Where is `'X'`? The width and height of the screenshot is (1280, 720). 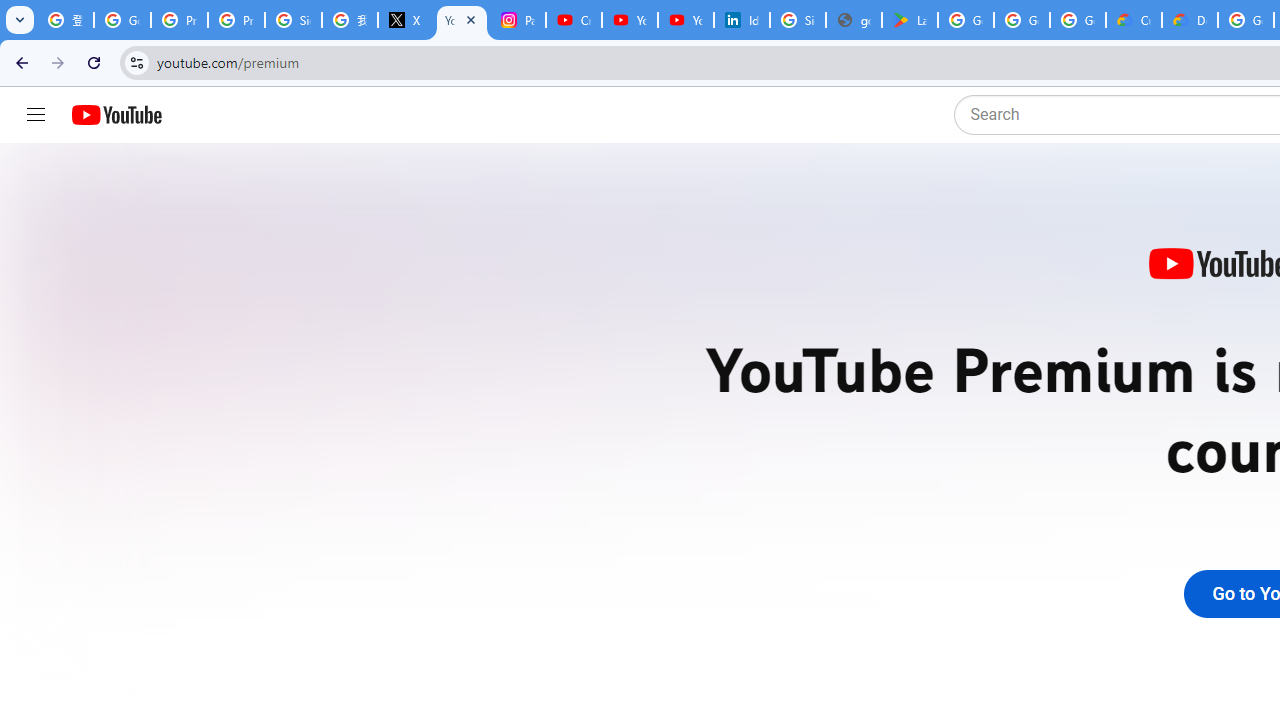 'X' is located at coordinates (404, 20).